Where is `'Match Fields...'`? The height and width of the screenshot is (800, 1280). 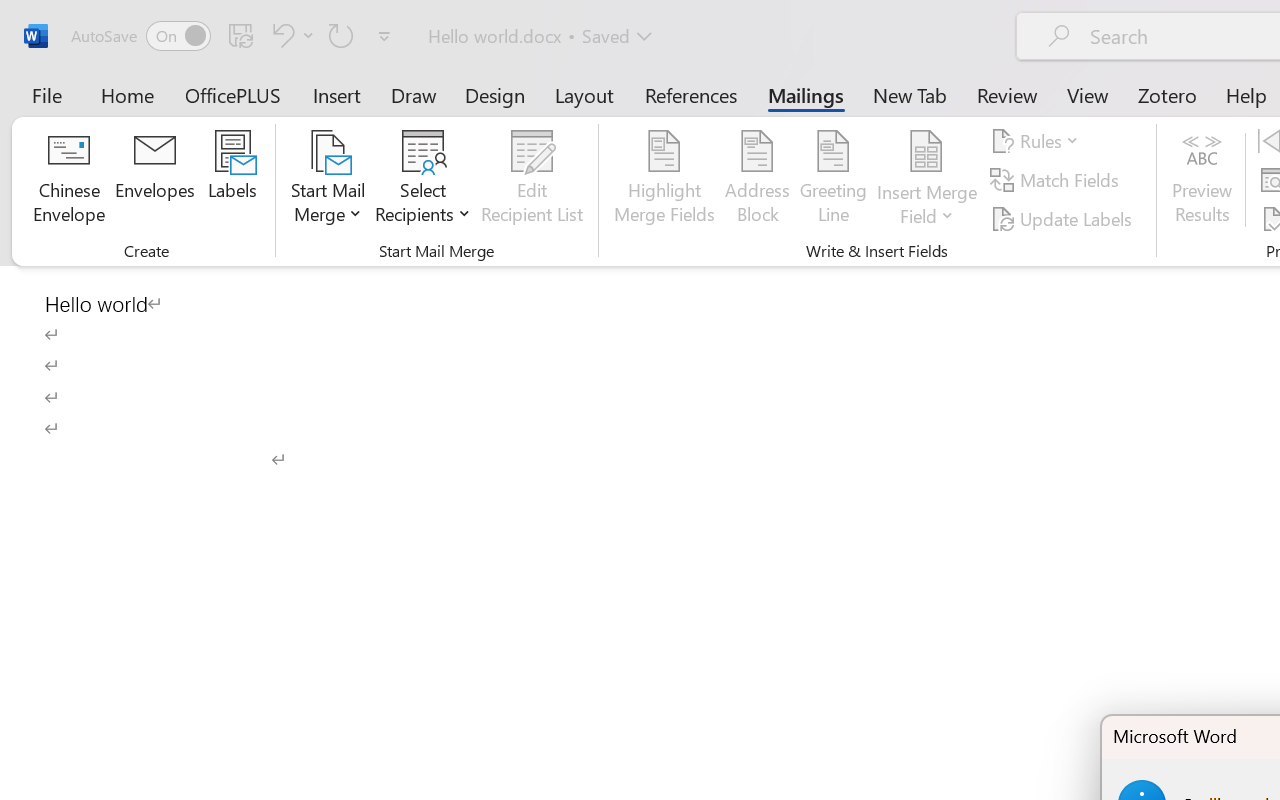
'Match Fields...' is located at coordinates (1056, 179).